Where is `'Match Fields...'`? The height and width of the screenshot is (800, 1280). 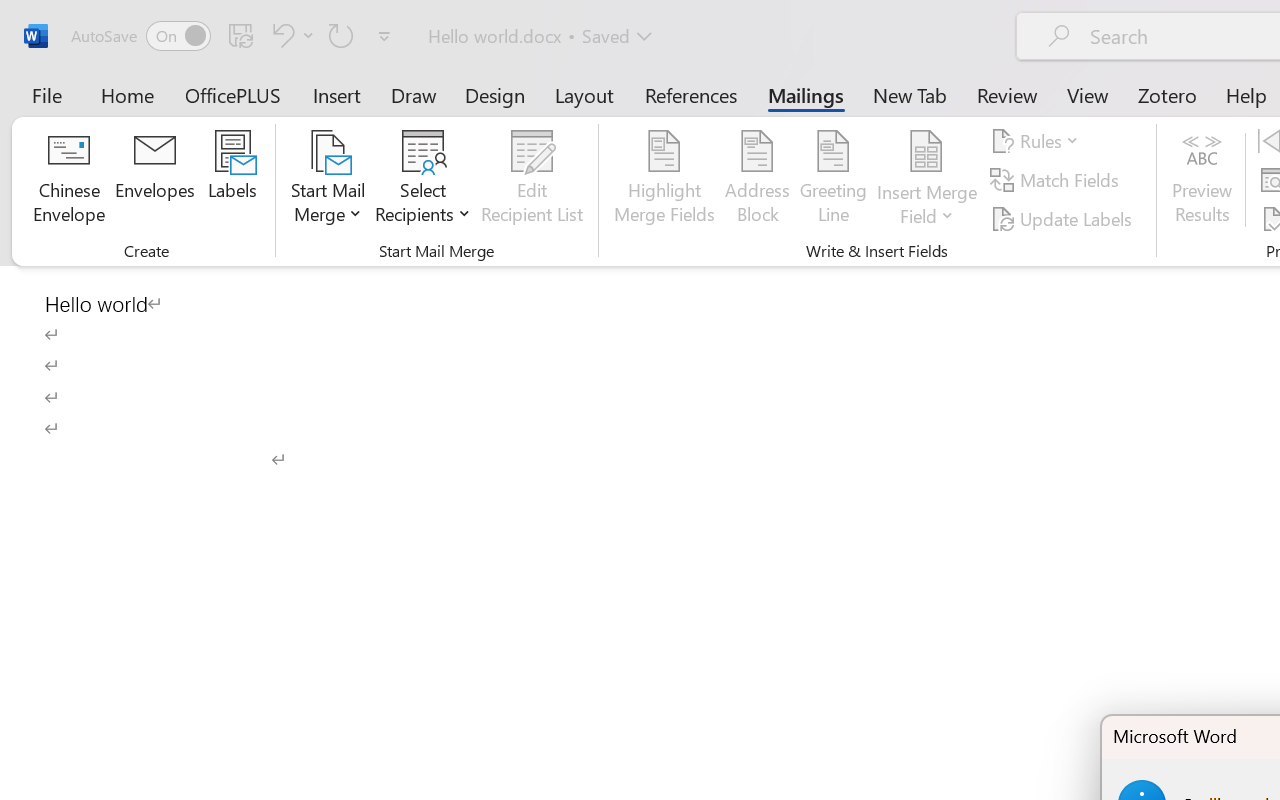
'Match Fields...' is located at coordinates (1056, 179).